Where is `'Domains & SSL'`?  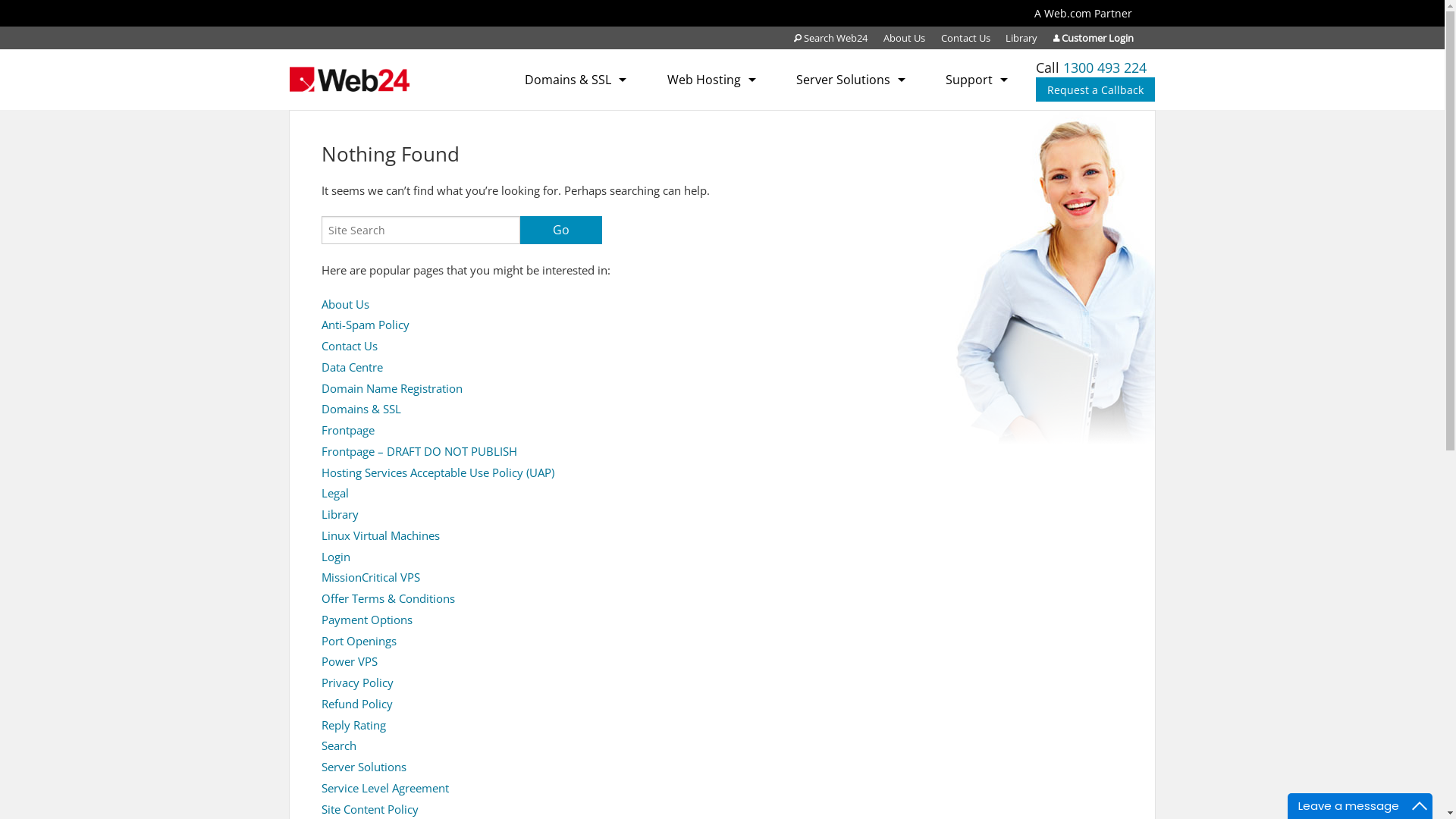
'Domains & SSL' is located at coordinates (360, 408).